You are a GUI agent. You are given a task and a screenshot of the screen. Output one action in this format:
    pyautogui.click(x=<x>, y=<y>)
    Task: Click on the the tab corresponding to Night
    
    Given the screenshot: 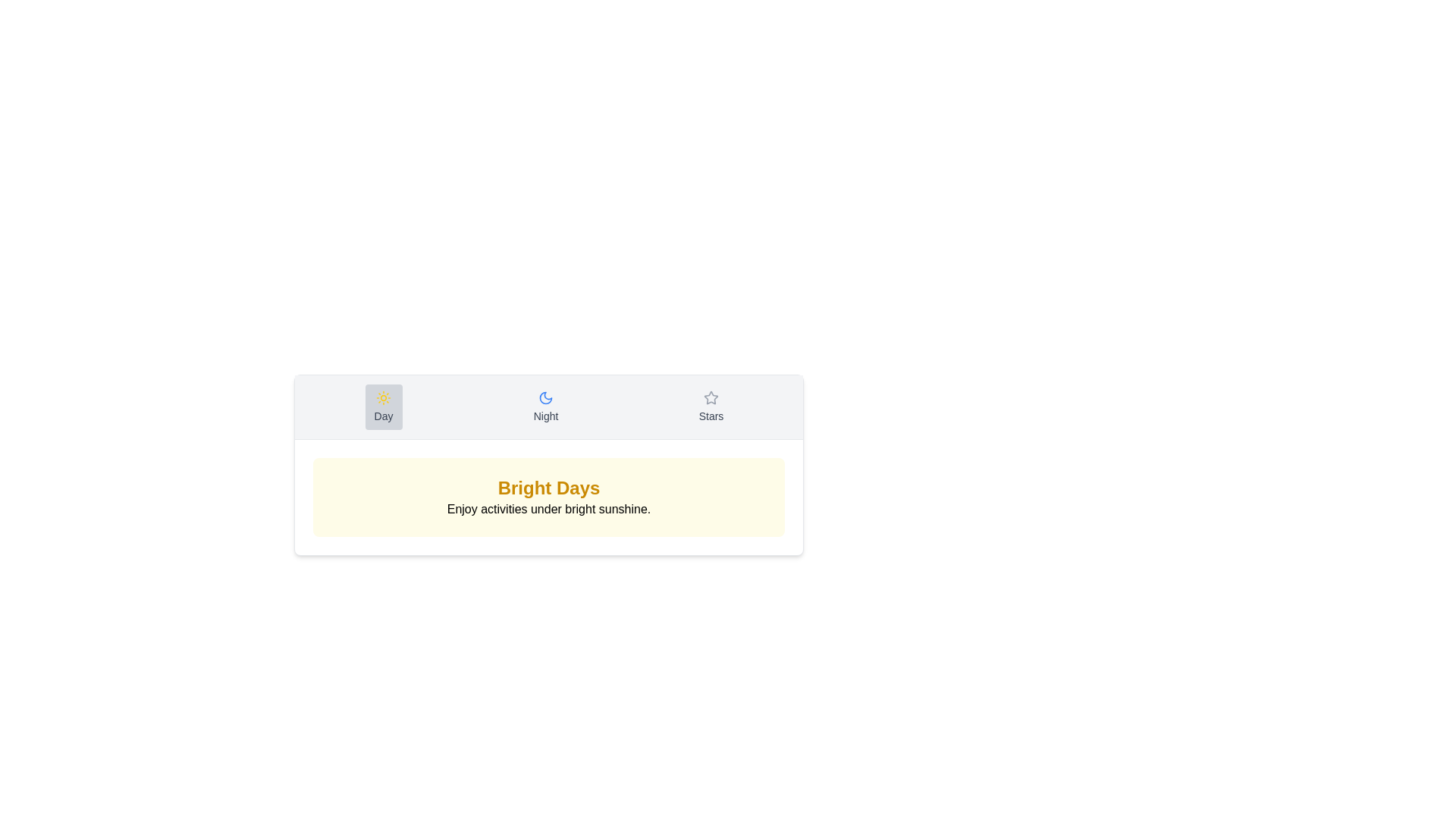 What is the action you would take?
    pyautogui.click(x=546, y=406)
    